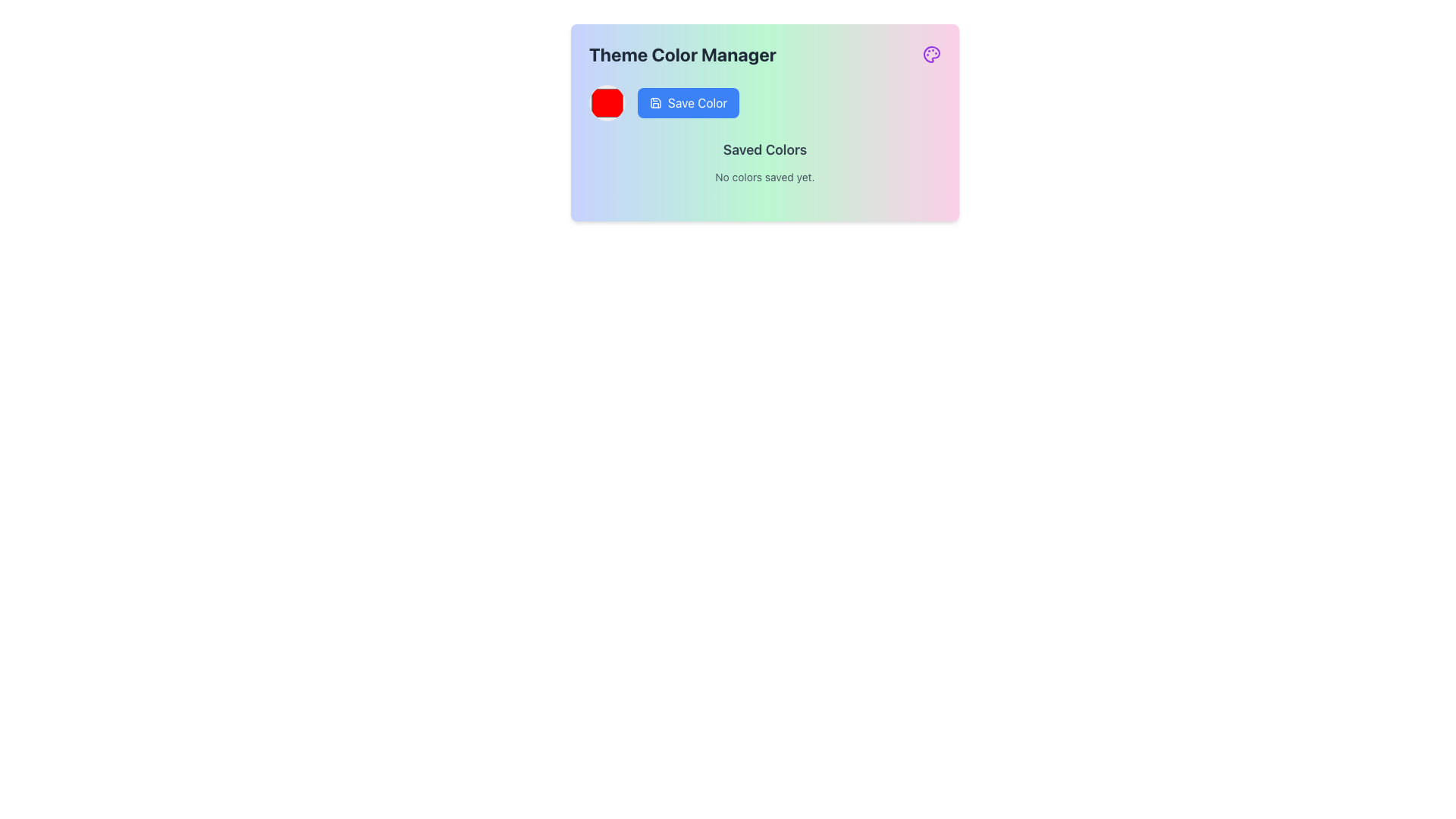 Image resolution: width=1456 pixels, height=819 pixels. What do you see at coordinates (930, 54) in the screenshot?
I see `the decorative SVG element representing the 'Theme Color Manager' feature located in the top-right corner of the UI card` at bounding box center [930, 54].